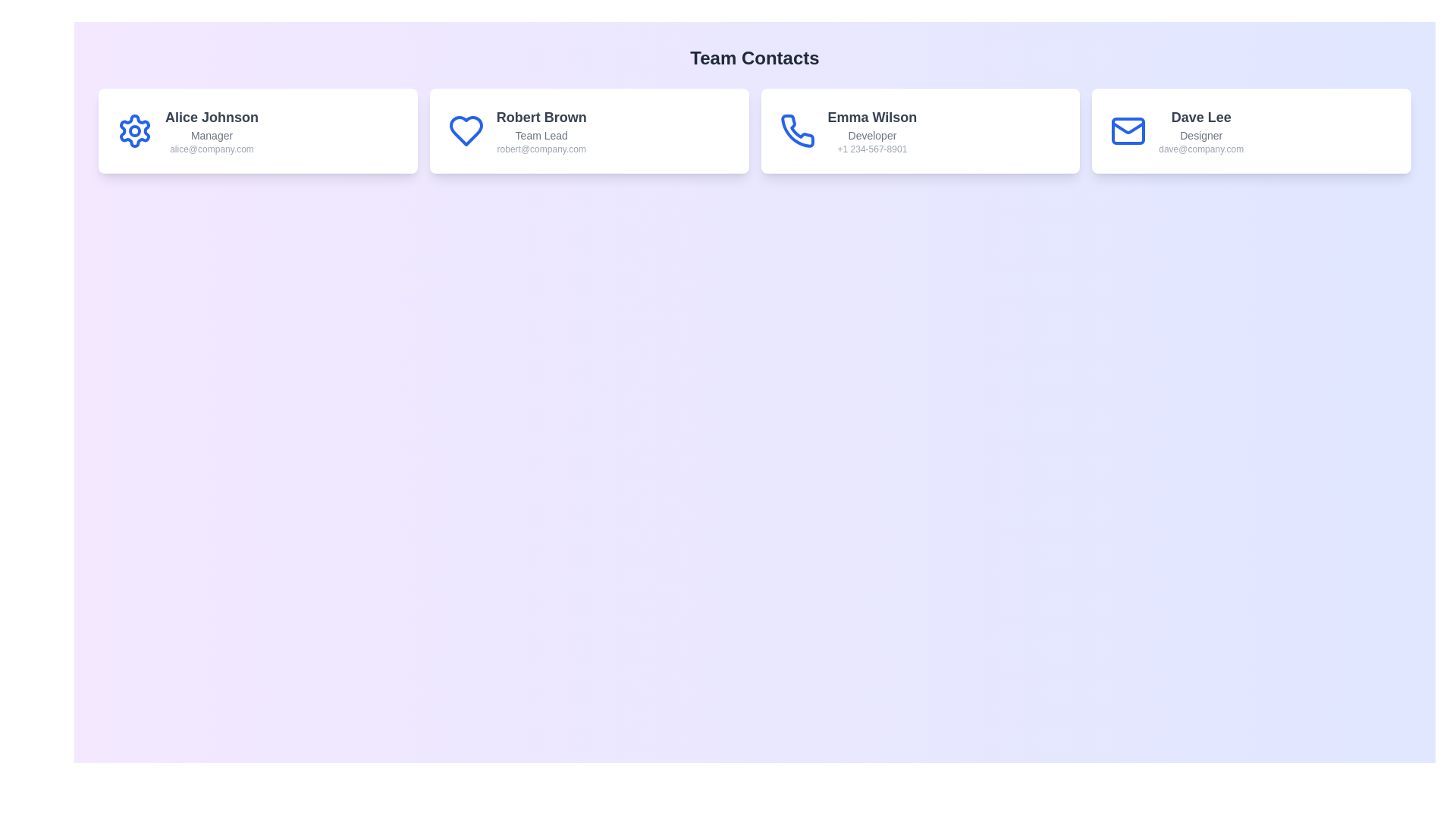 This screenshot has width=1456, height=819. I want to click on the triangular envelope flap within the mail icon representing the contact 'Dave Lee' in the rightmost section of the layout, so click(1128, 127).